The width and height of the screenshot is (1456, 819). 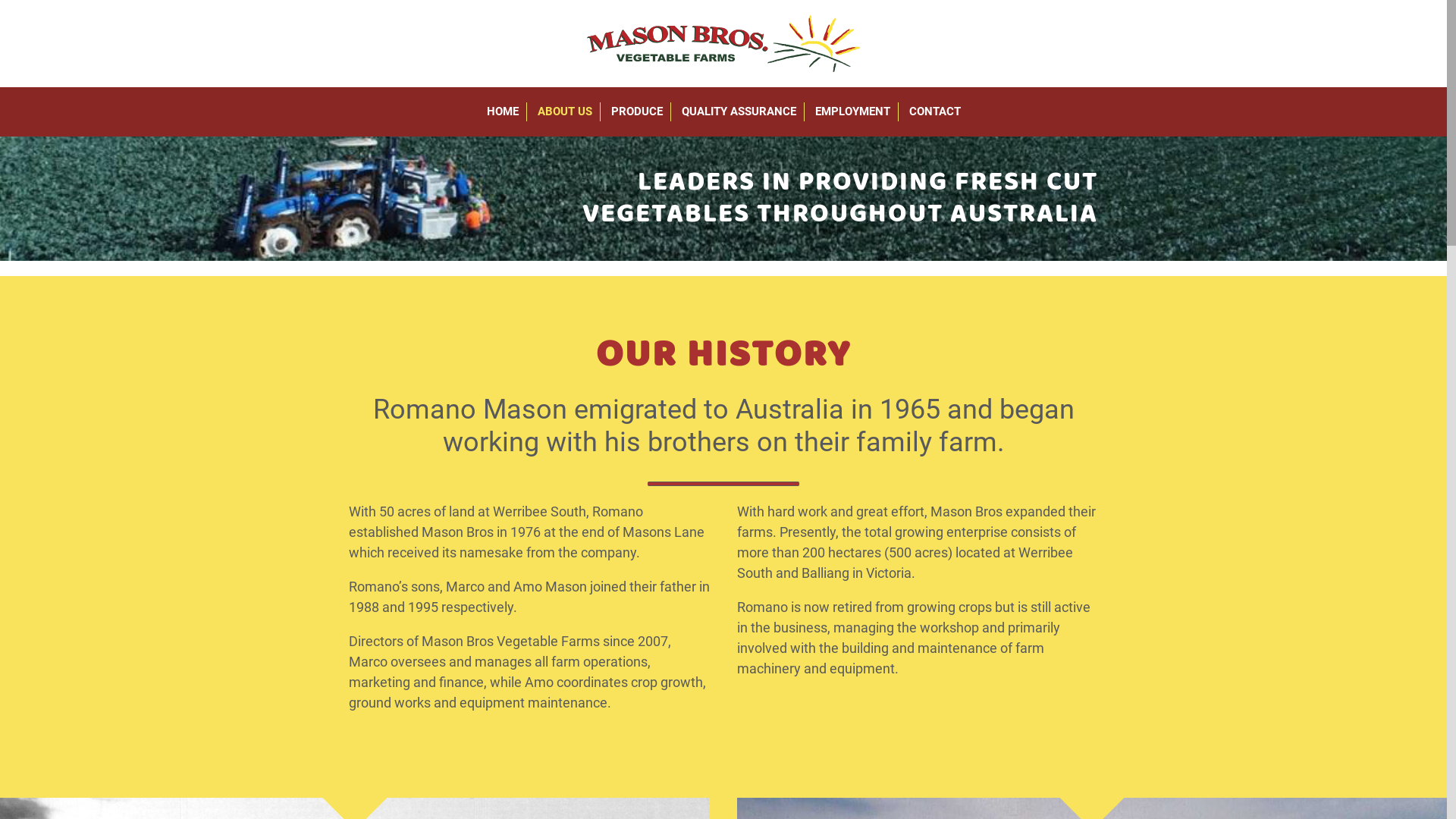 I want to click on 'HOME', so click(x=479, y=111).